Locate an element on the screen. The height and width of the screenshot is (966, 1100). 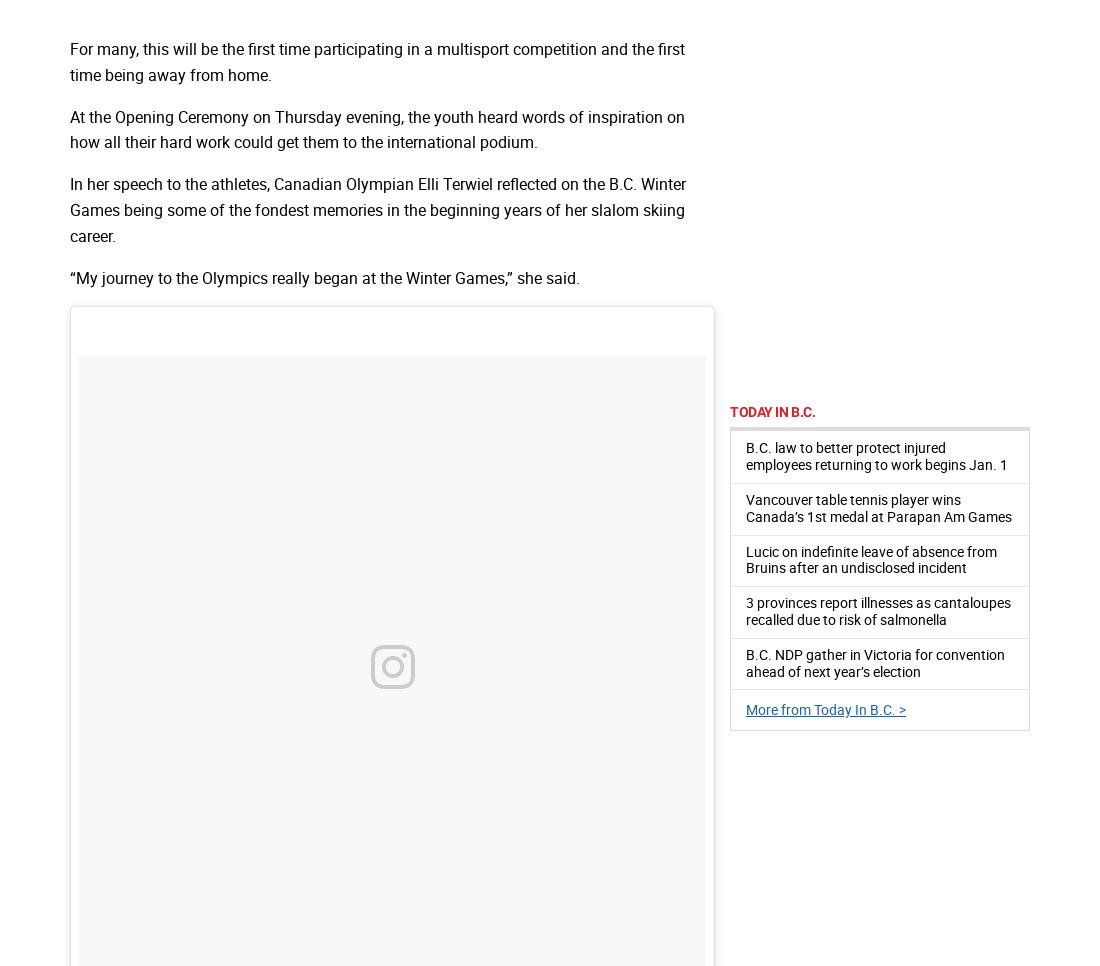
'At the Opening Ceremony on Thursday evening, the youth heard words of inspiration on how all their hard work could get them to the international podium.' is located at coordinates (377, 128).